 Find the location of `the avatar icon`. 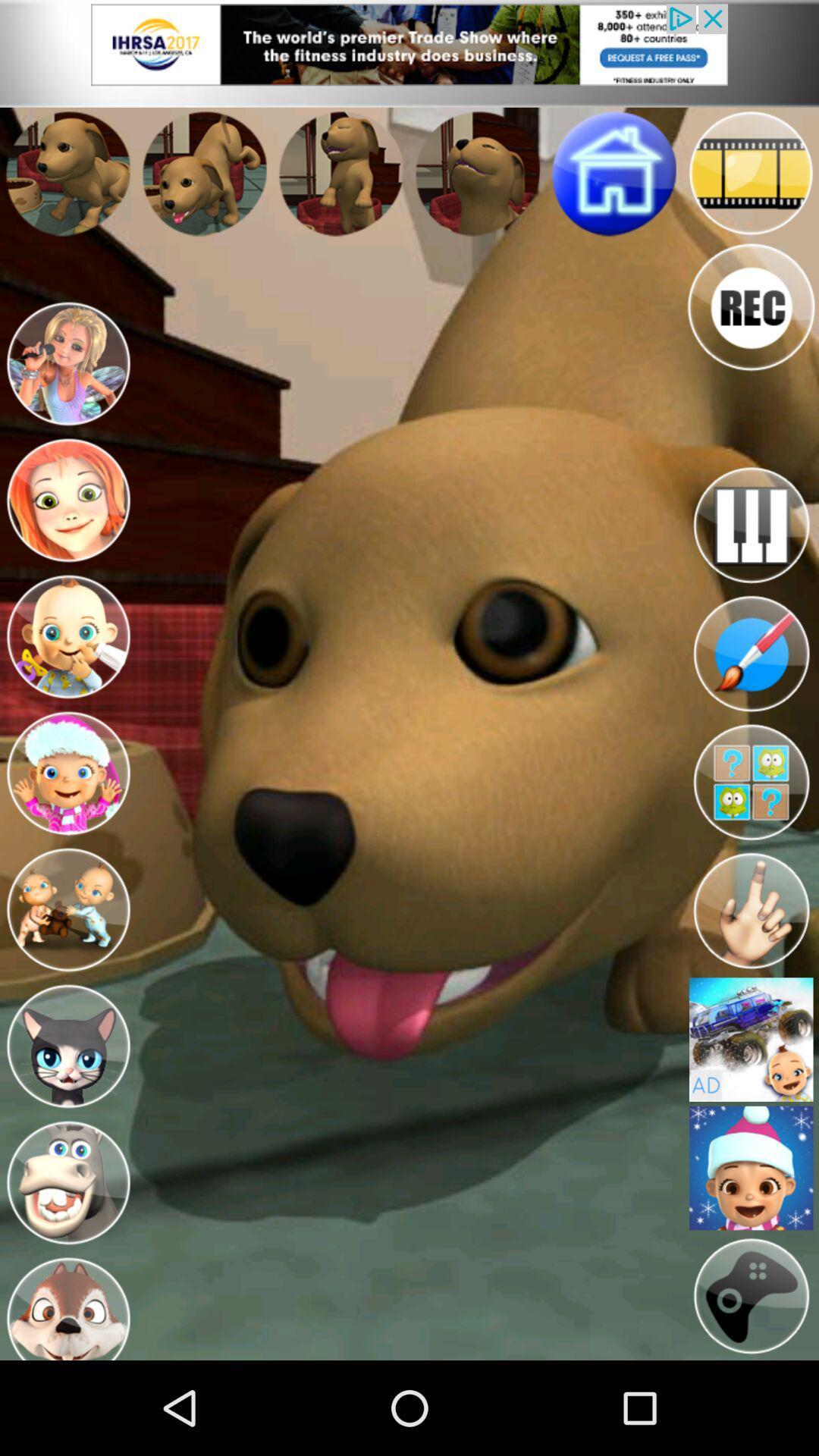

the avatar icon is located at coordinates (67, 535).